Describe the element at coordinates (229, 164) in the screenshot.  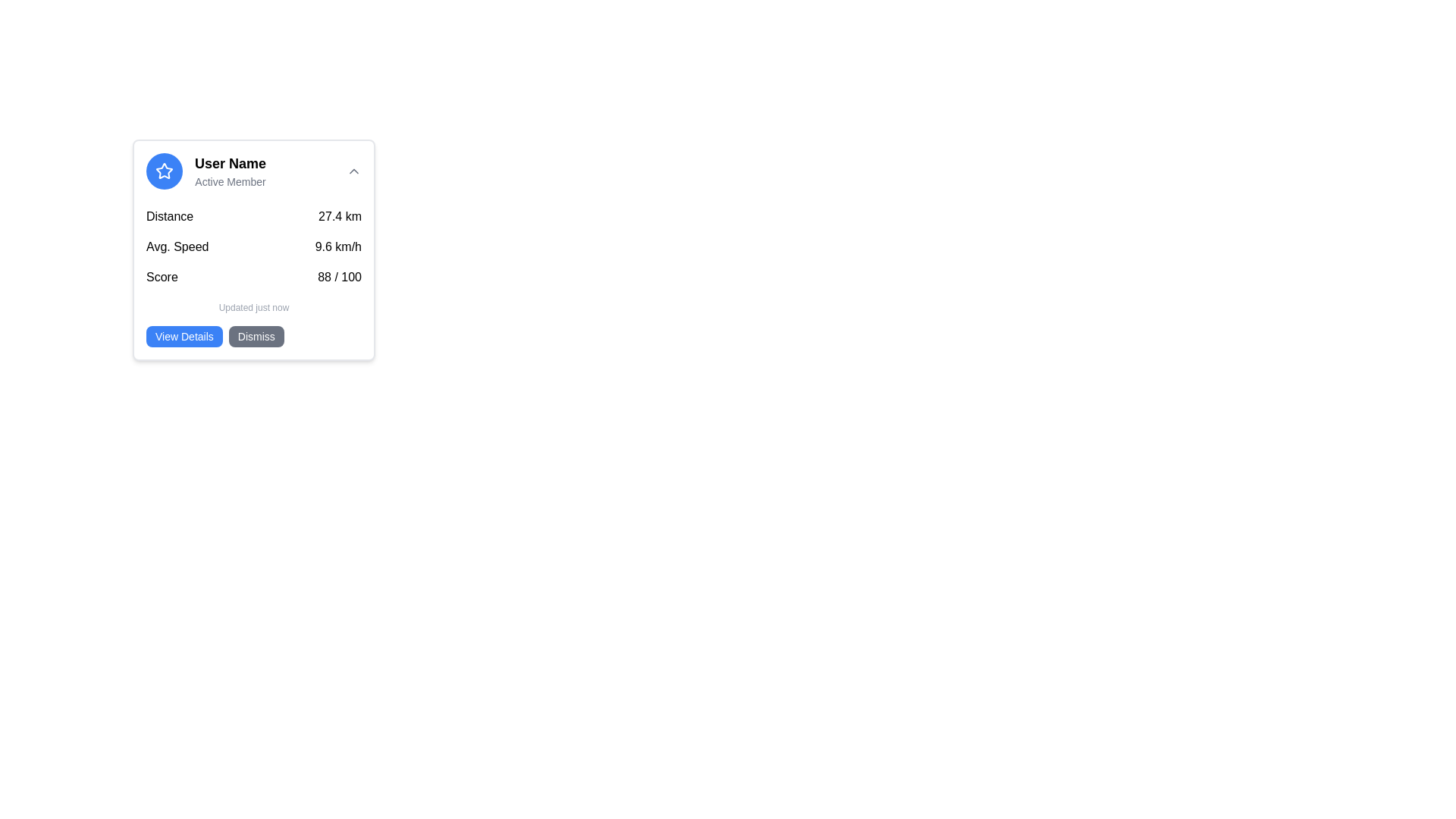
I see `the user's name text label located at the top of the card interface, above the 'Active Member' label` at that location.